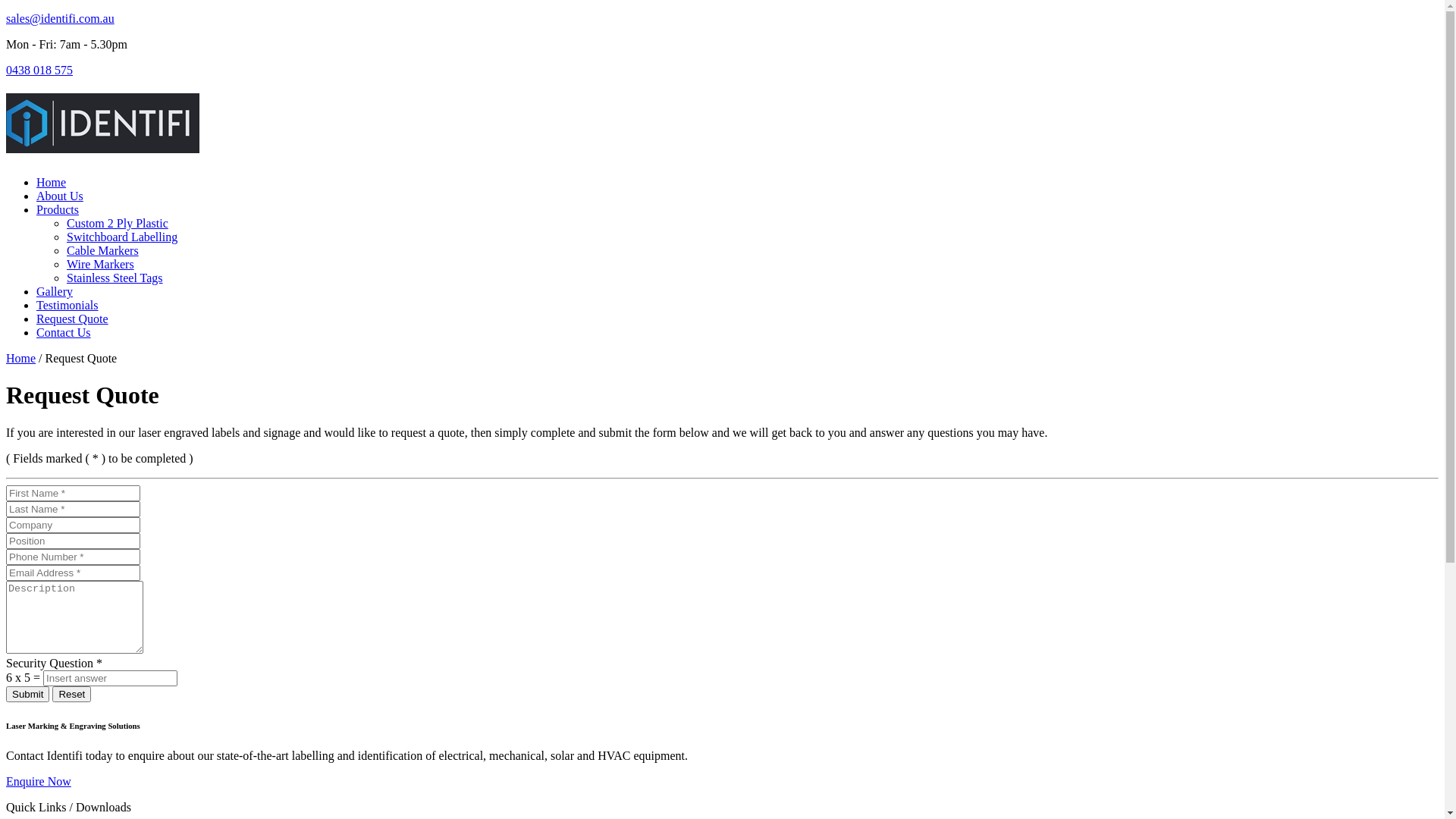 The width and height of the screenshot is (1456, 819). Describe the element at coordinates (36, 195) in the screenshot. I see `'About Us'` at that location.